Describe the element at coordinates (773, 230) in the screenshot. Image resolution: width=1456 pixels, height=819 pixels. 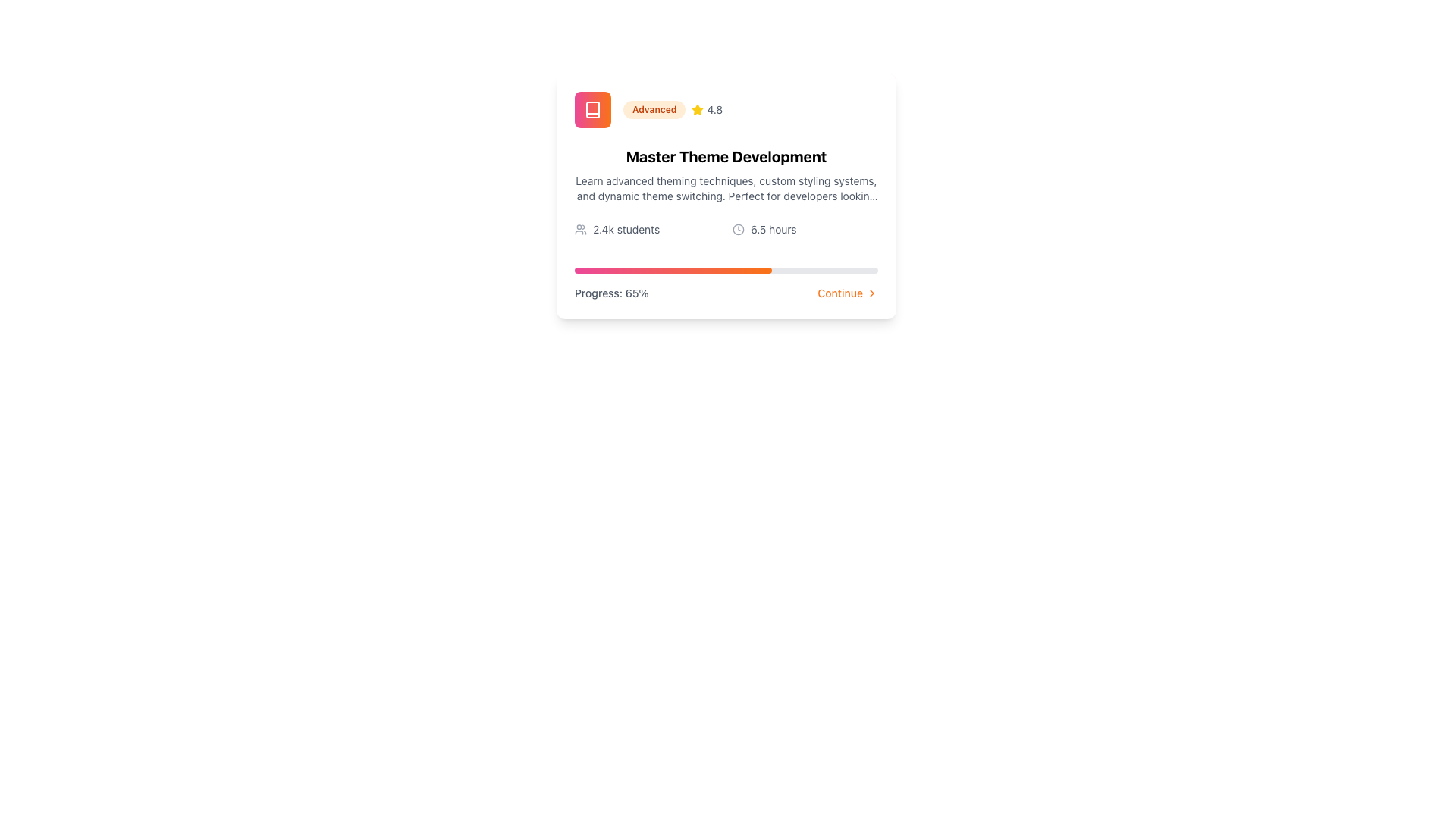
I see `the Text label that conveys the duration of time, located in the bottom portion of the card towards the right, aligned horizontally with a clock icon on its left` at that location.